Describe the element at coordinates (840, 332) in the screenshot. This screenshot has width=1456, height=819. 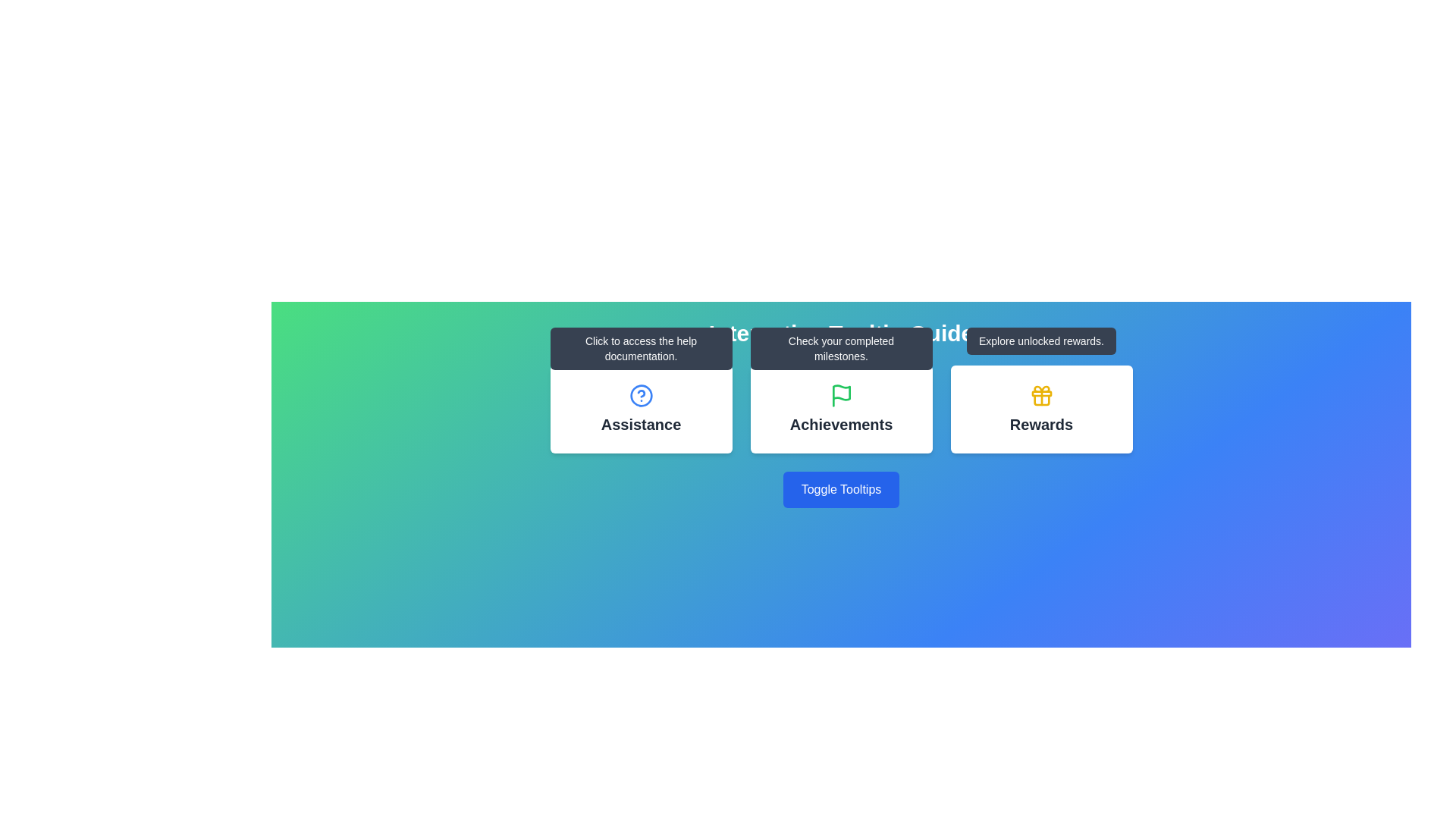
I see `the heading element displaying 'Interactive Tooltip Guide', which is a prominent, large, bold, white font centered at the top of the content layout` at that location.